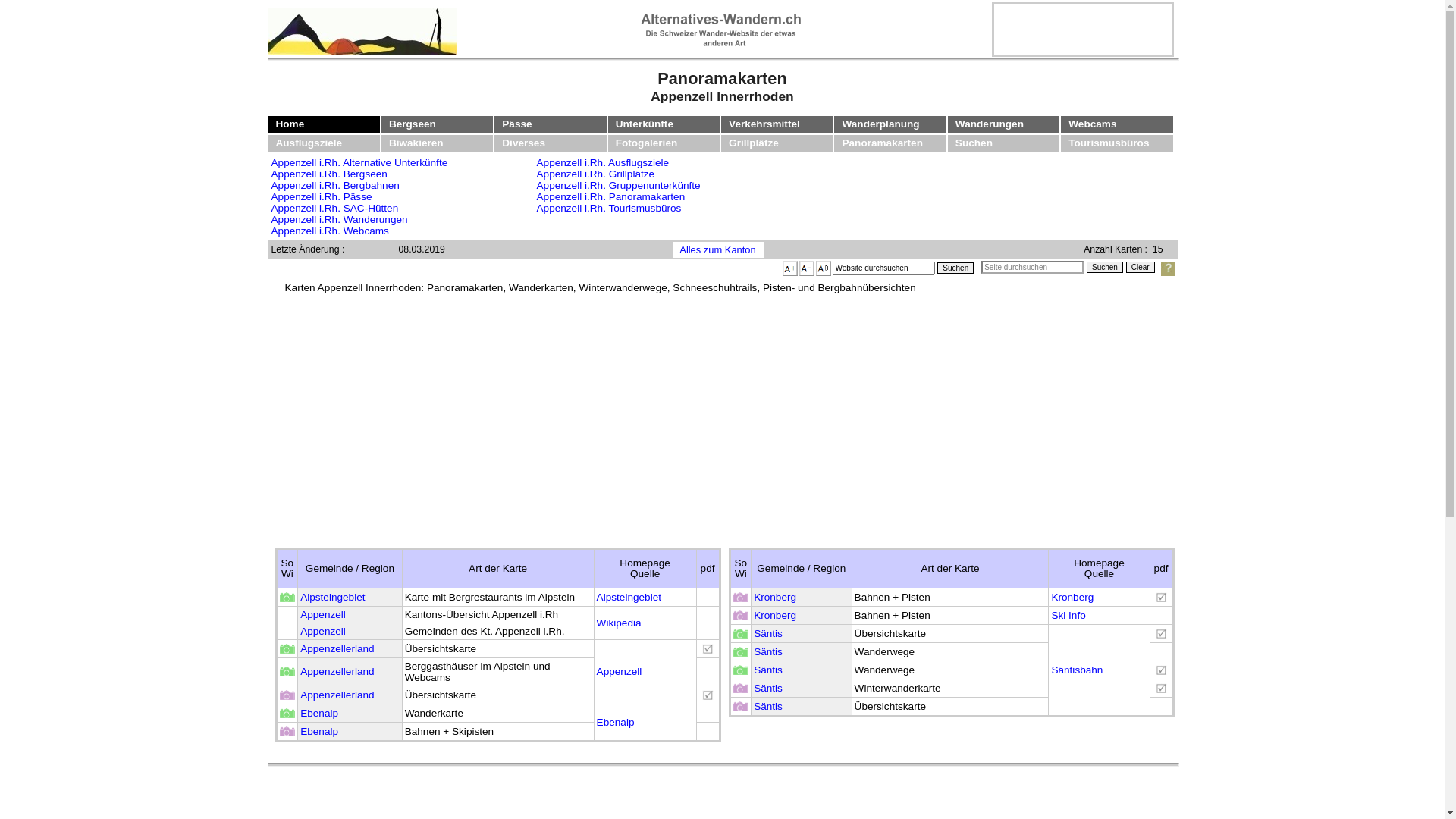 The image size is (1456, 819). What do you see at coordinates (290, 123) in the screenshot?
I see `'Home'` at bounding box center [290, 123].